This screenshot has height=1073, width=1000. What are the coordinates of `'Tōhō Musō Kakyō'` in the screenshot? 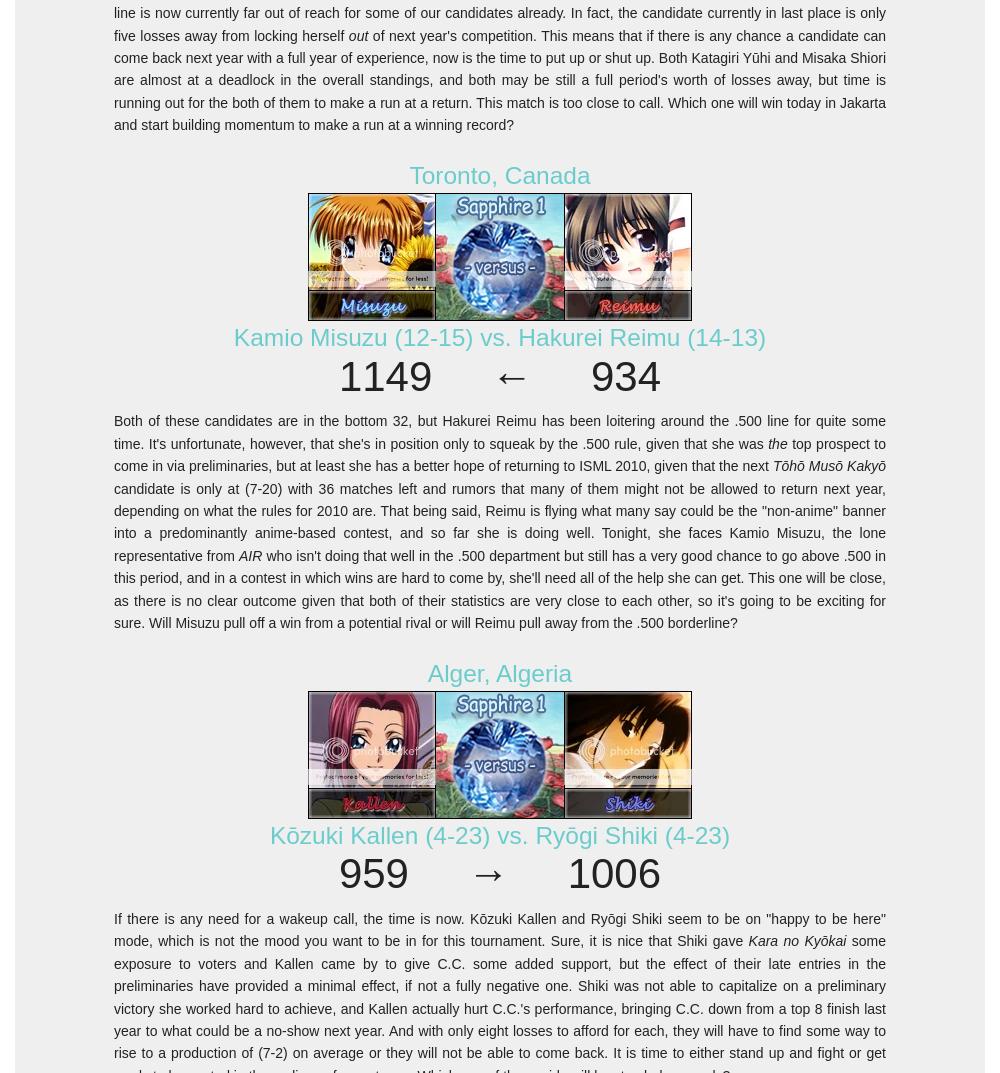 It's located at (827, 466).